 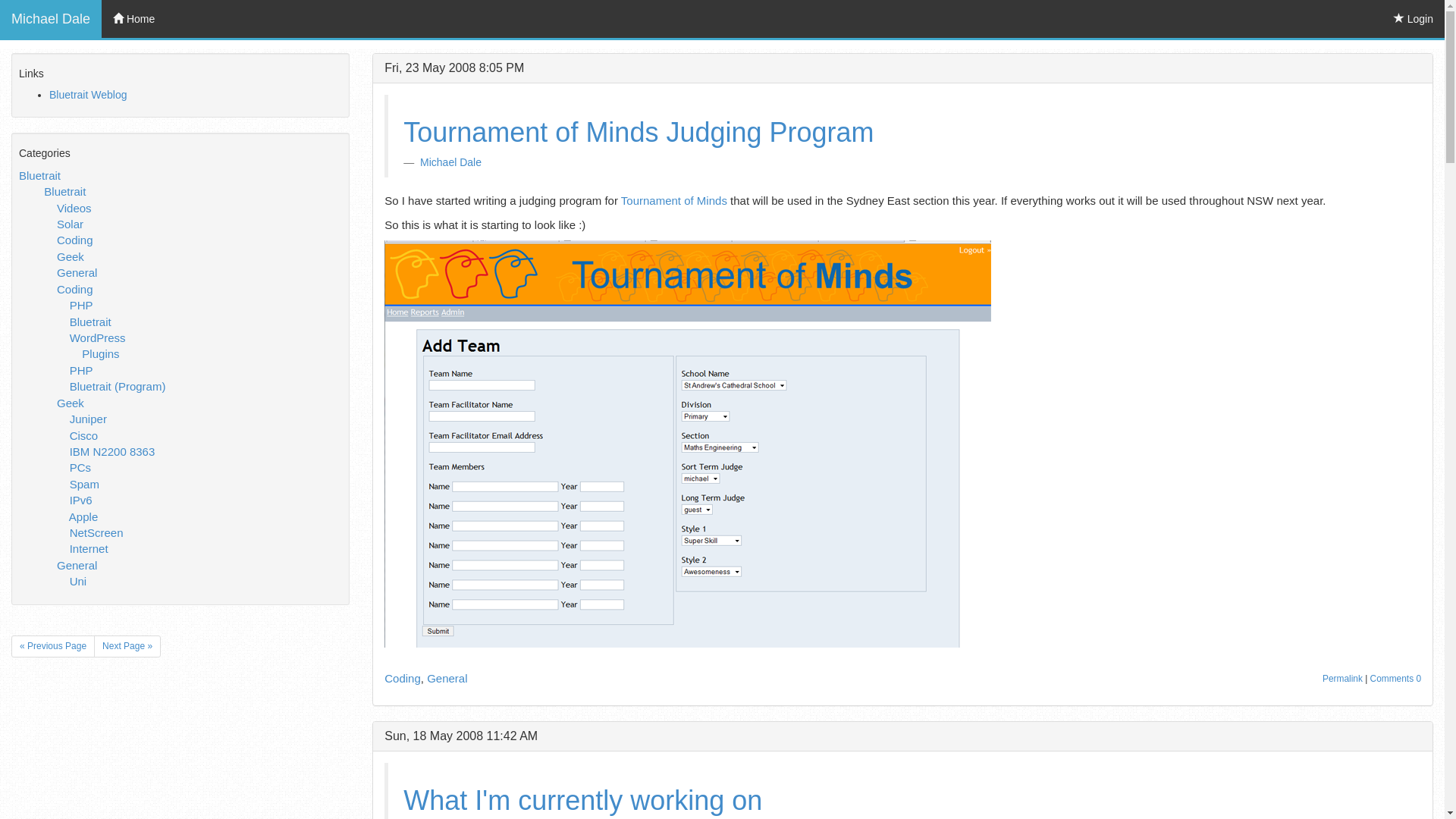 I want to click on 'Solar', so click(x=57, y=224).